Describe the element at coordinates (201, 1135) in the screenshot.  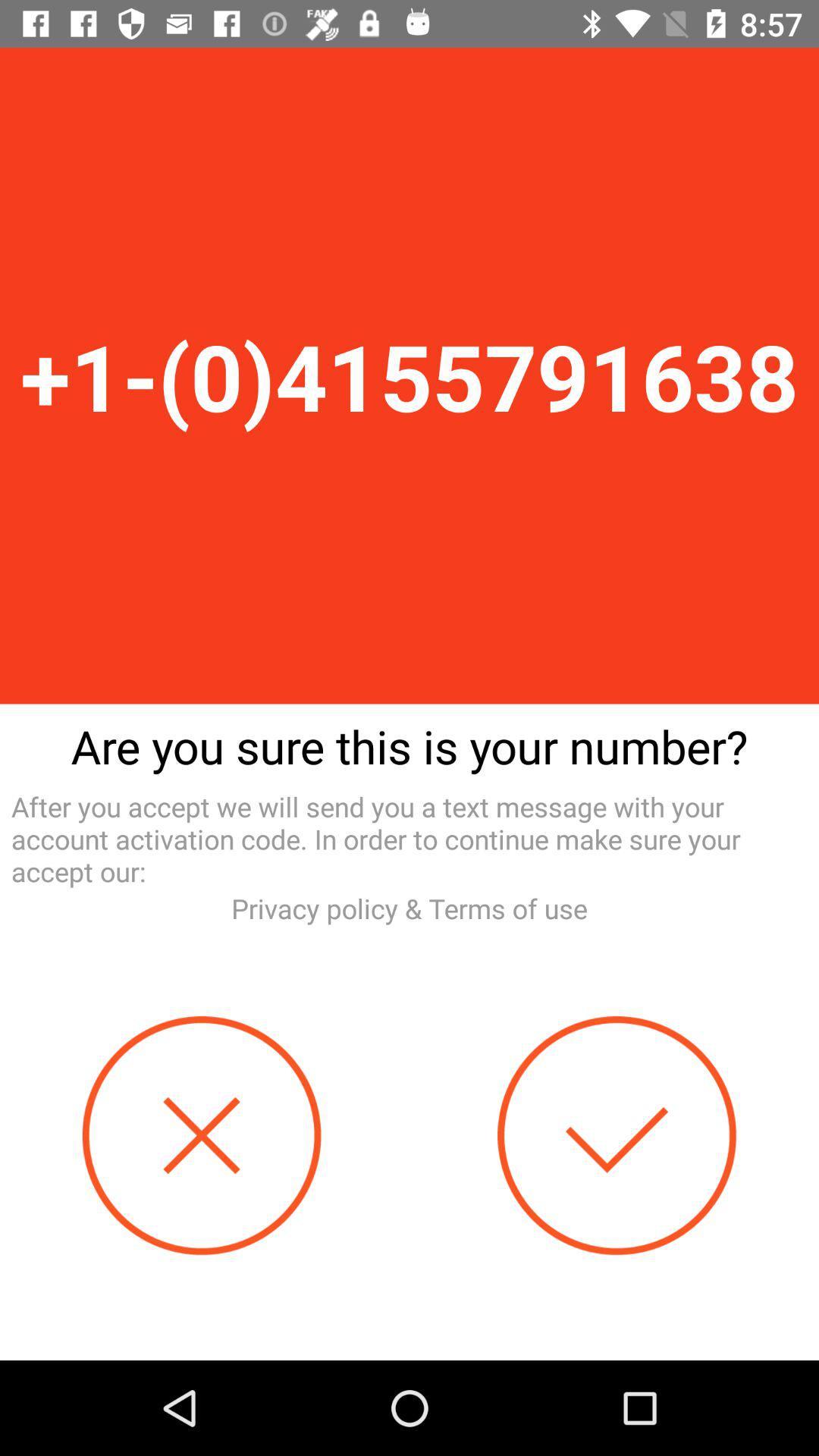
I see `decline the correct number typed` at that location.